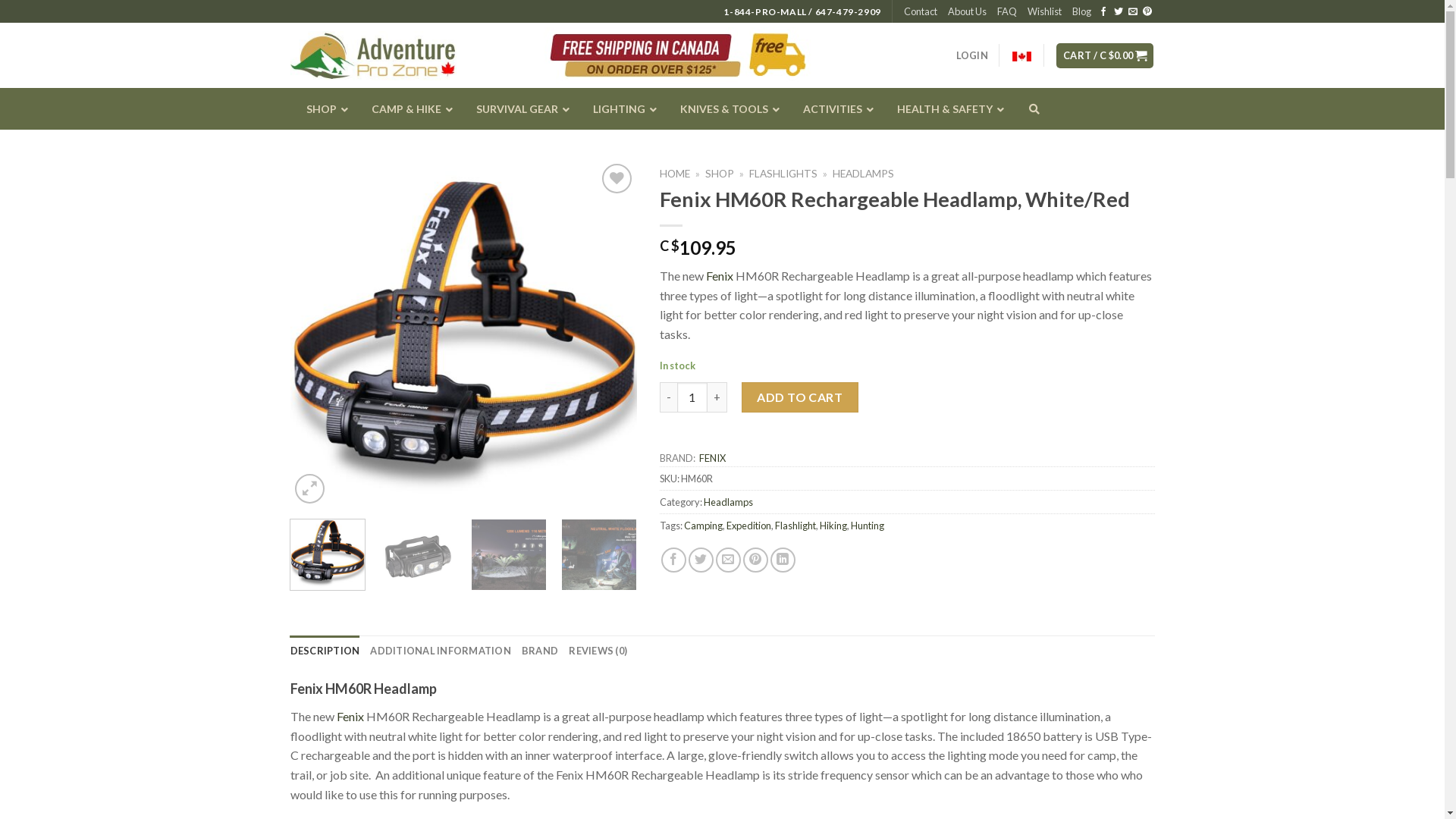 The width and height of the screenshot is (1456, 819). I want to click on 'Zoom', so click(309, 488).